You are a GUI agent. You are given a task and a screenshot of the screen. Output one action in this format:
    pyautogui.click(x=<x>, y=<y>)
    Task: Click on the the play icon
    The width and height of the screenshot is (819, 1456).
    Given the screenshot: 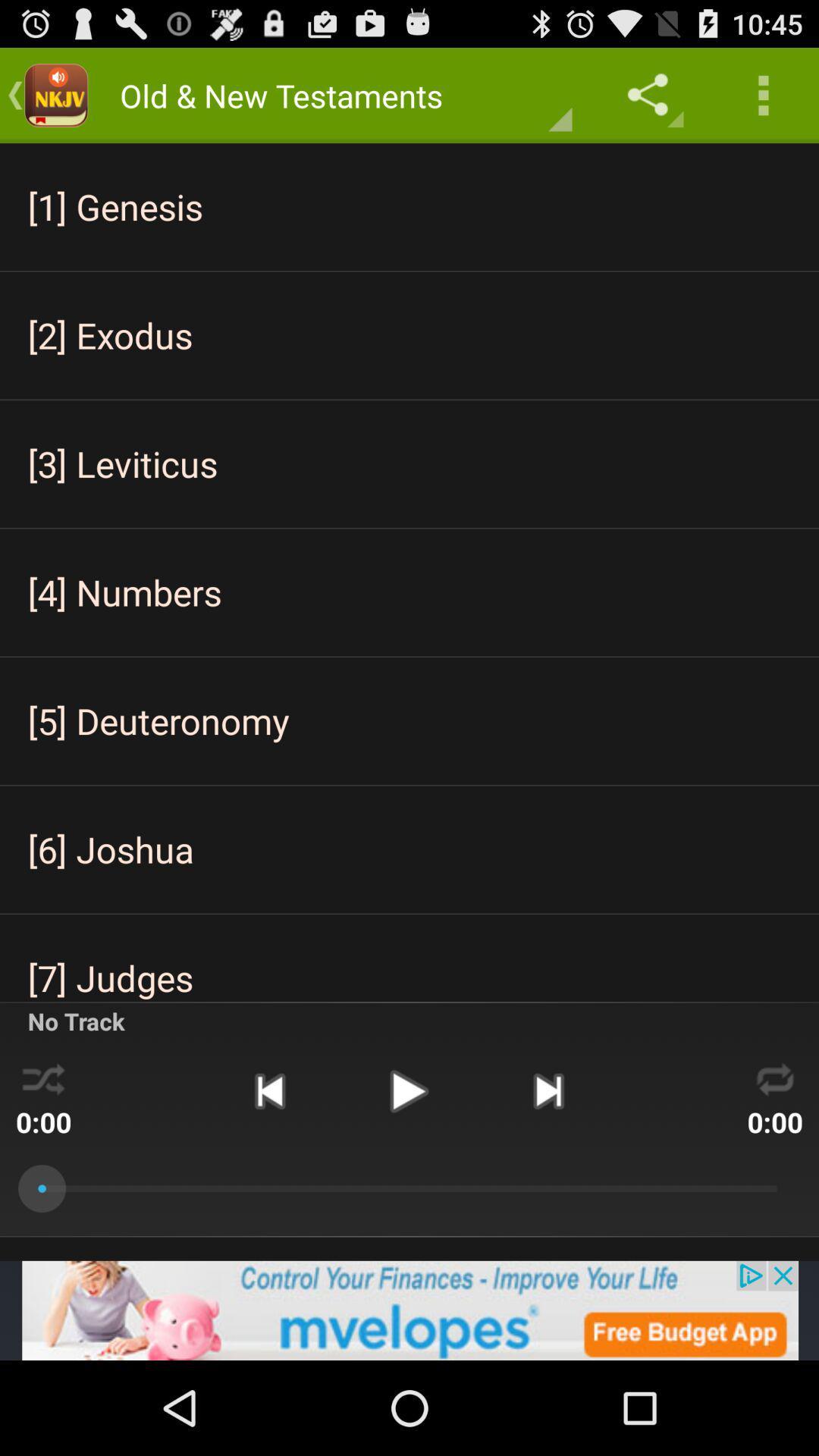 What is the action you would take?
    pyautogui.click(x=408, y=1166)
    